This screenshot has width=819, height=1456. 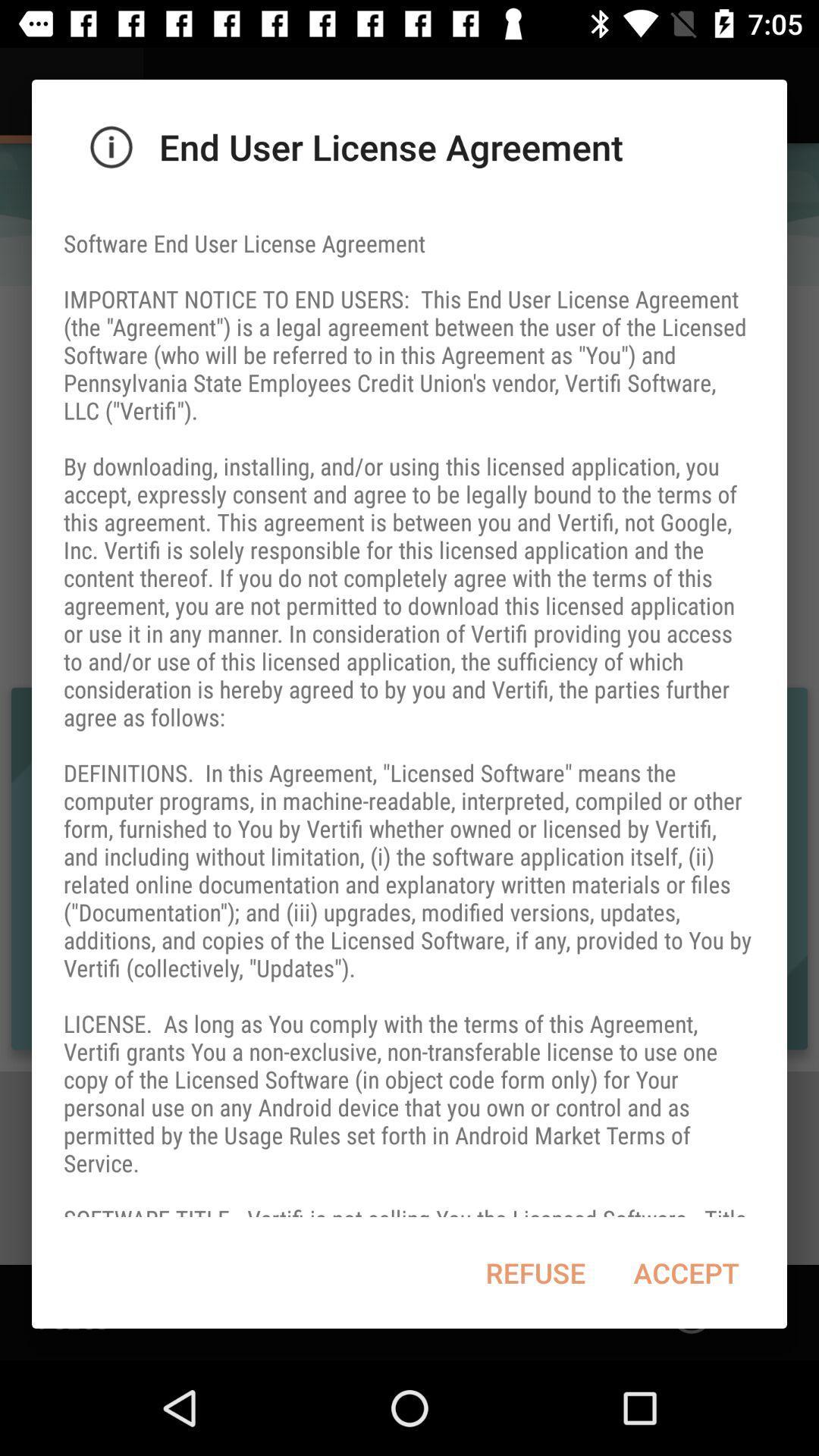 What do you see at coordinates (686, 1272) in the screenshot?
I see `the accept item` at bounding box center [686, 1272].